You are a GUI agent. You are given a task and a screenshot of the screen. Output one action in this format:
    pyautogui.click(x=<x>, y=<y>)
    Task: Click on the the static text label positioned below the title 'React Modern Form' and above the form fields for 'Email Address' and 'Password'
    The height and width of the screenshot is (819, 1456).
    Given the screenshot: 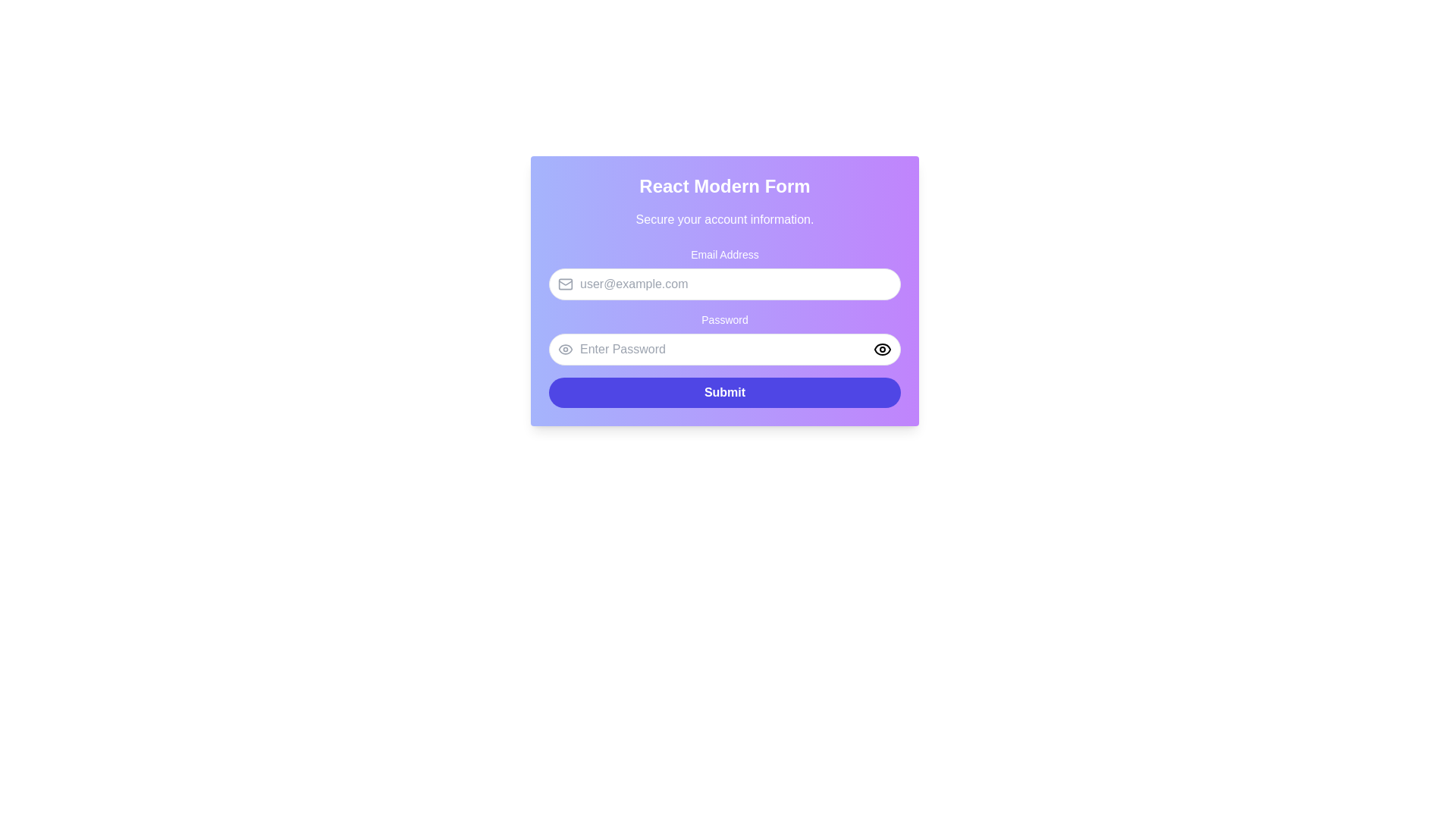 What is the action you would take?
    pyautogui.click(x=723, y=219)
    